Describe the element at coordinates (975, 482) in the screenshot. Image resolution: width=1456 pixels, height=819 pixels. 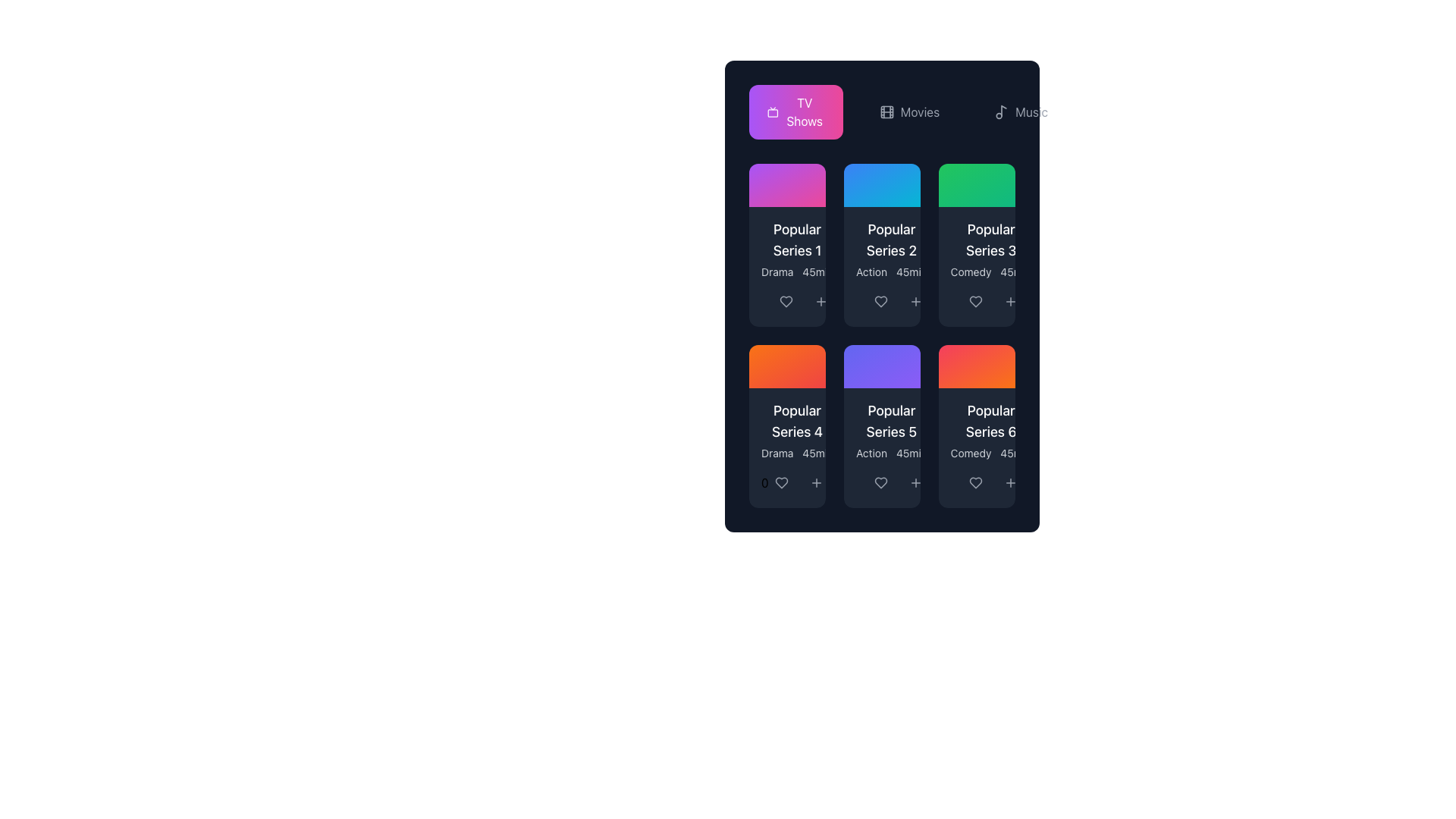
I see `the heart-shaped icon button located in the last row of icons below the 'Popular Series 6' card to mark it as a favorite` at that location.